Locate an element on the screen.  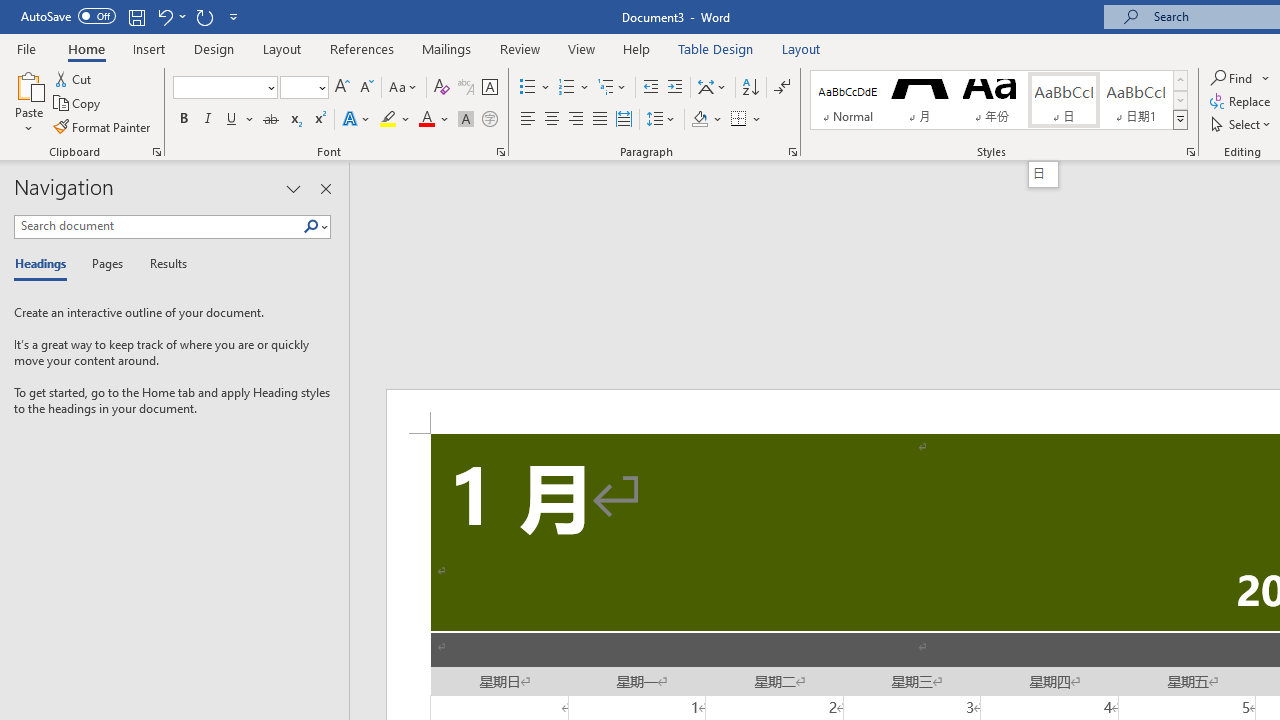
'AutomationID: QuickStylesGallery' is located at coordinates (999, 100).